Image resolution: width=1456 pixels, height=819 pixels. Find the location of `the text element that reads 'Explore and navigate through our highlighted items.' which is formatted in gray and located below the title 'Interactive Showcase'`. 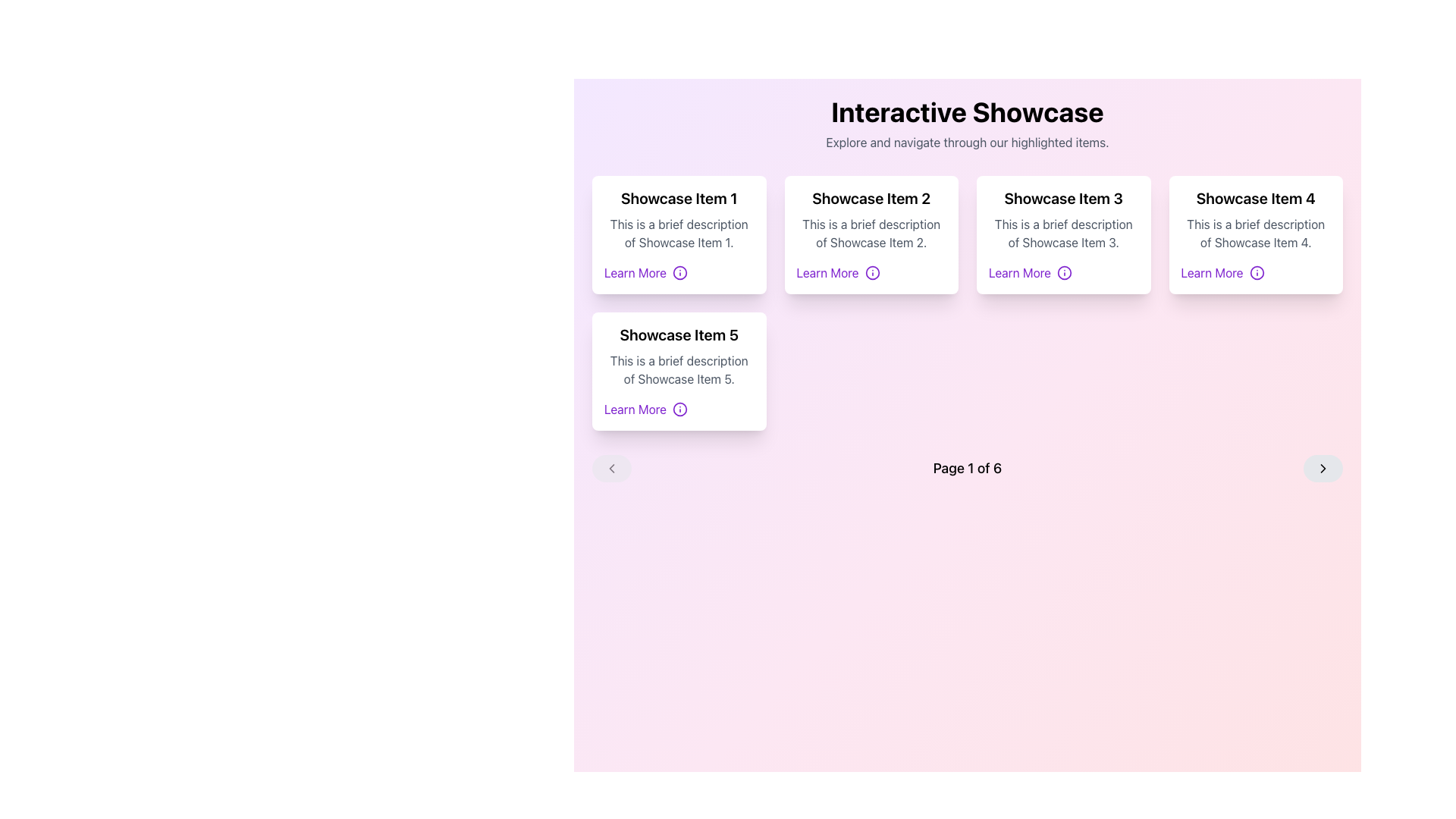

the text element that reads 'Explore and navigate through our highlighted items.' which is formatted in gray and located below the title 'Interactive Showcase' is located at coordinates (967, 143).